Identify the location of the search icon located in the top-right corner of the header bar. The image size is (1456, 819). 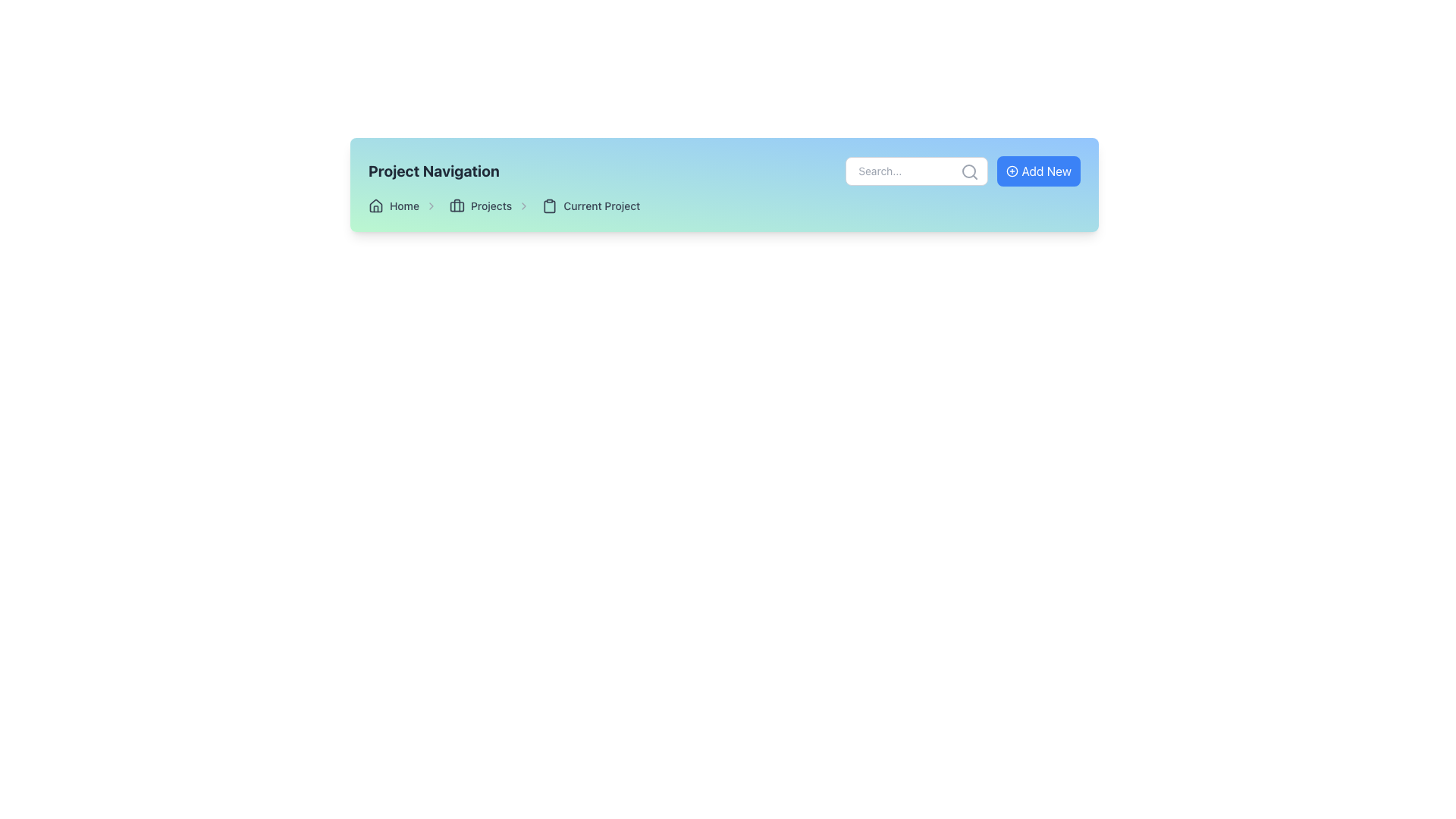
(969, 171).